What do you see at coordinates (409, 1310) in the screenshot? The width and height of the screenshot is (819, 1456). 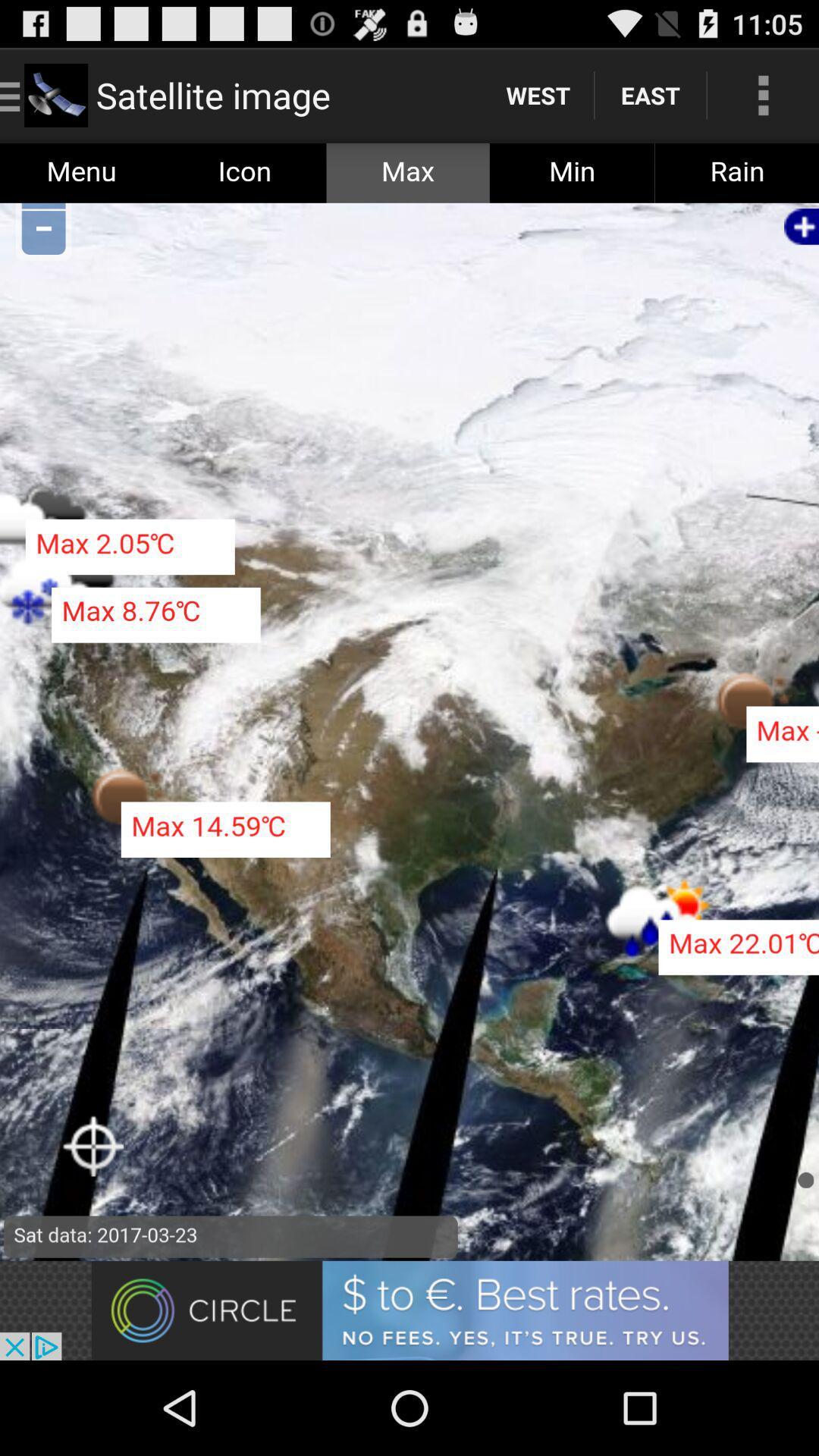 I see `open advertisement` at bounding box center [409, 1310].